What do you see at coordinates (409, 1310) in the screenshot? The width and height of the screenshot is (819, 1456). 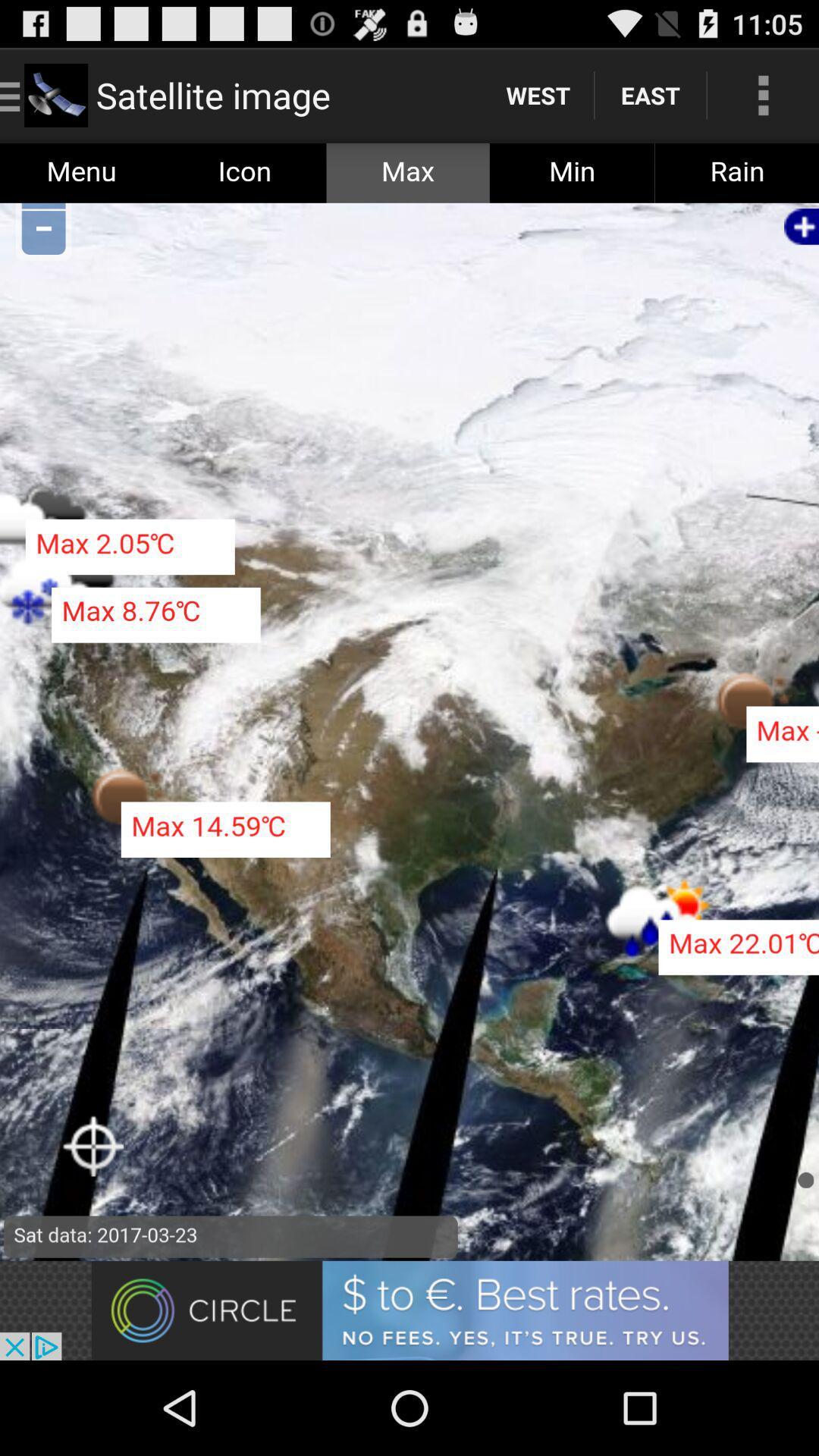 I see `open advertisement` at bounding box center [409, 1310].